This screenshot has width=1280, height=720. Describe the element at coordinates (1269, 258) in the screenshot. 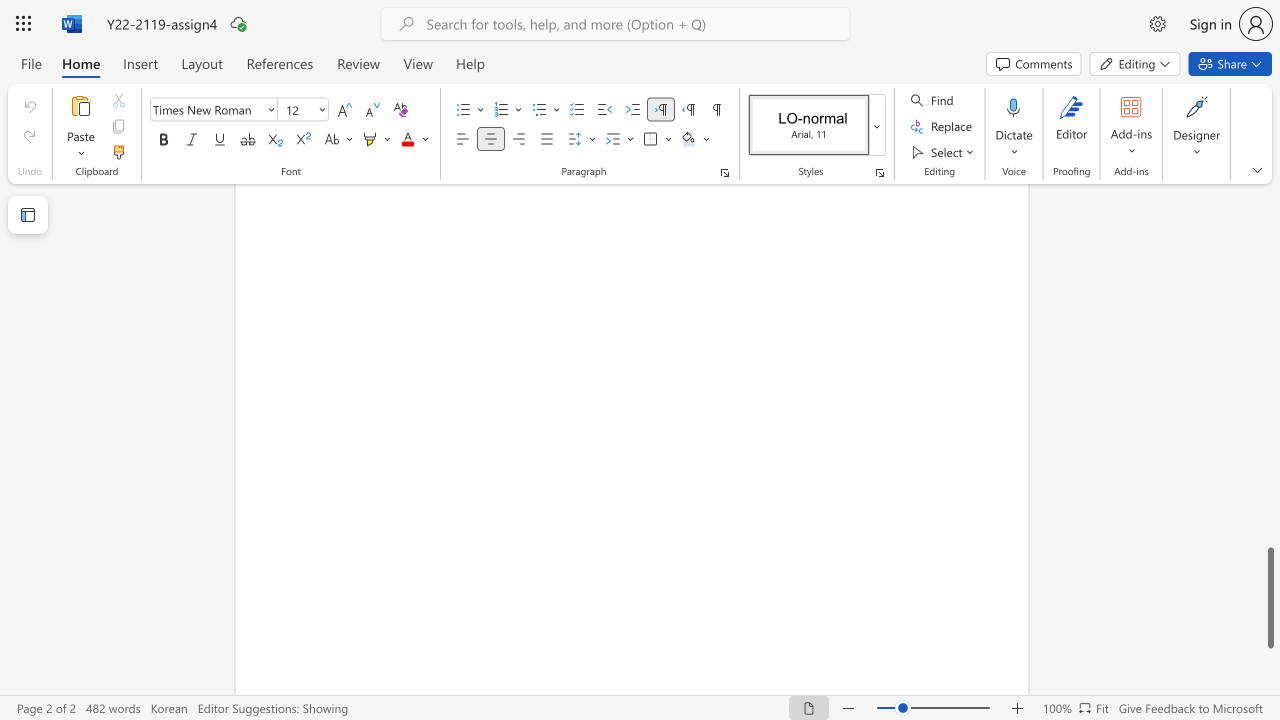

I see `the scrollbar on the right side to scroll the page up` at that location.